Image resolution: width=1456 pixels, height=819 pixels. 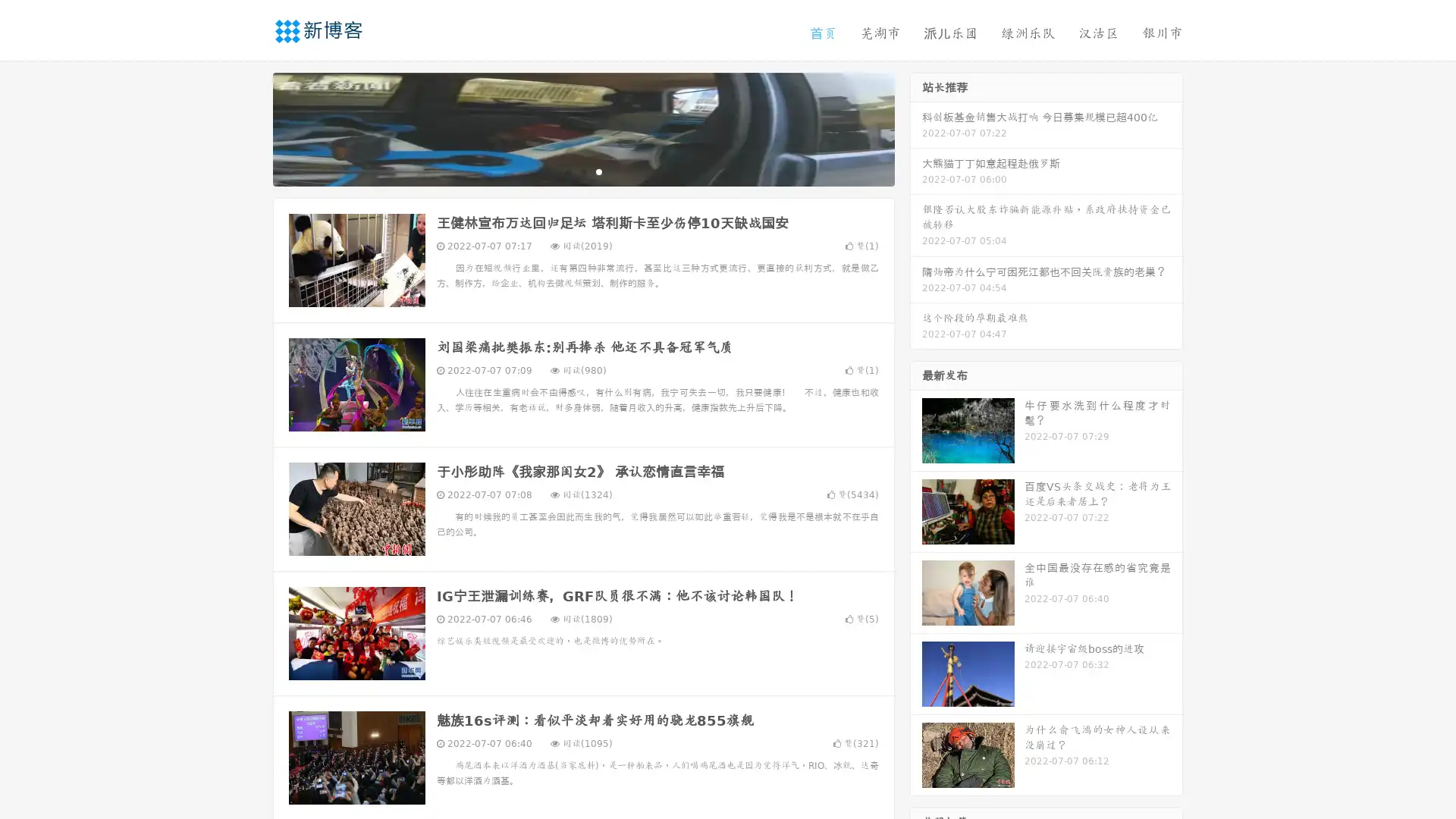 What do you see at coordinates (916, 127) in the screenshot?
I see `Next slide` at bounding box center [916, 127].